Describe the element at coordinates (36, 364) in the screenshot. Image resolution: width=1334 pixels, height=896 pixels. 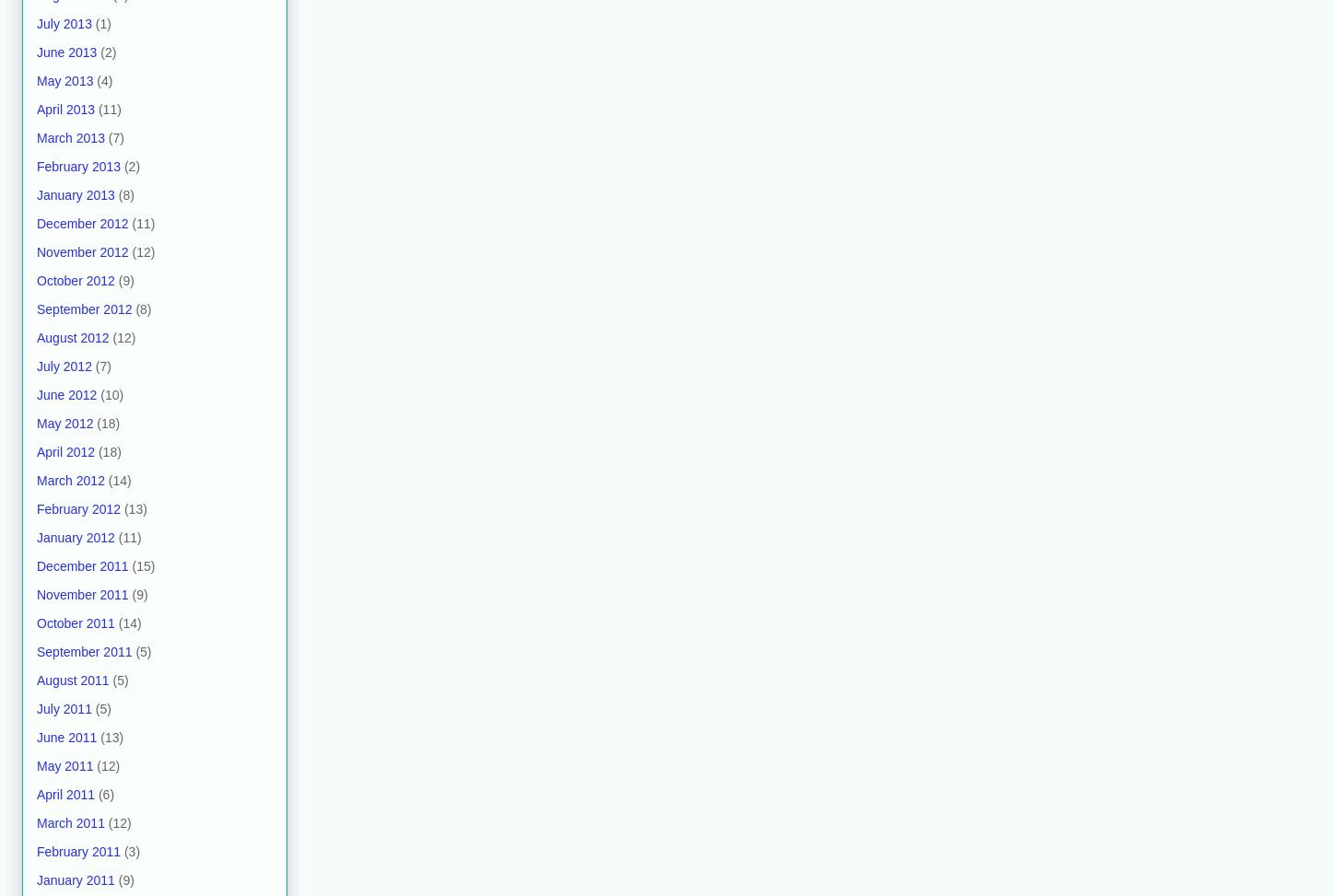
I see `'July 2012'` at that location.